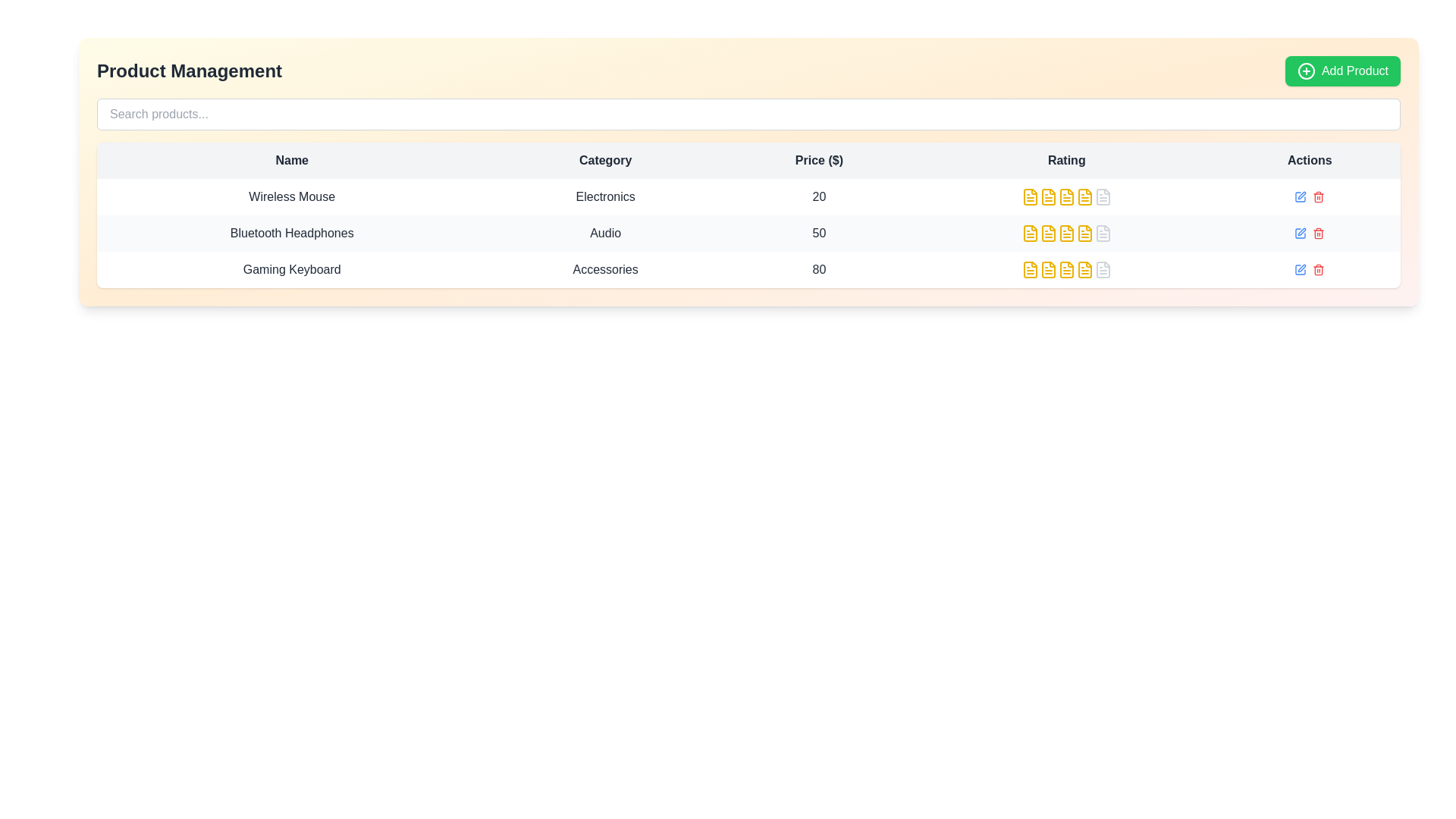  I want to click on the document file icon with a folded corner in the 'Rating' column of the third data row ('Gaming Keyboard'), which is the fifth icon in the set, so click(1103, 268).